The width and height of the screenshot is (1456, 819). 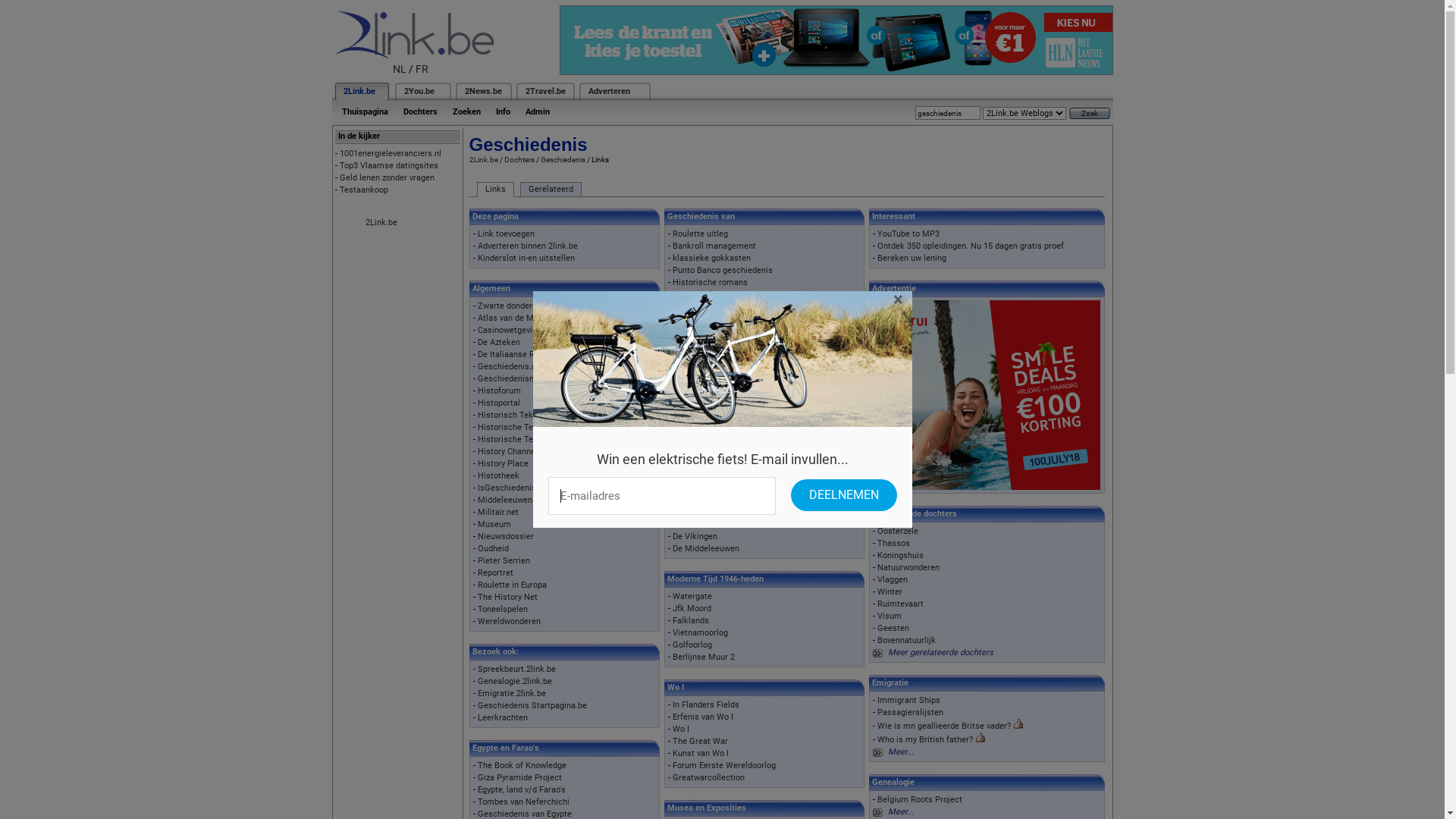 What do you see at coordinates (516, 668) in the screenshot?
I see `'Spreekbeurt.2link.be'` at bounding box center [516, 668].